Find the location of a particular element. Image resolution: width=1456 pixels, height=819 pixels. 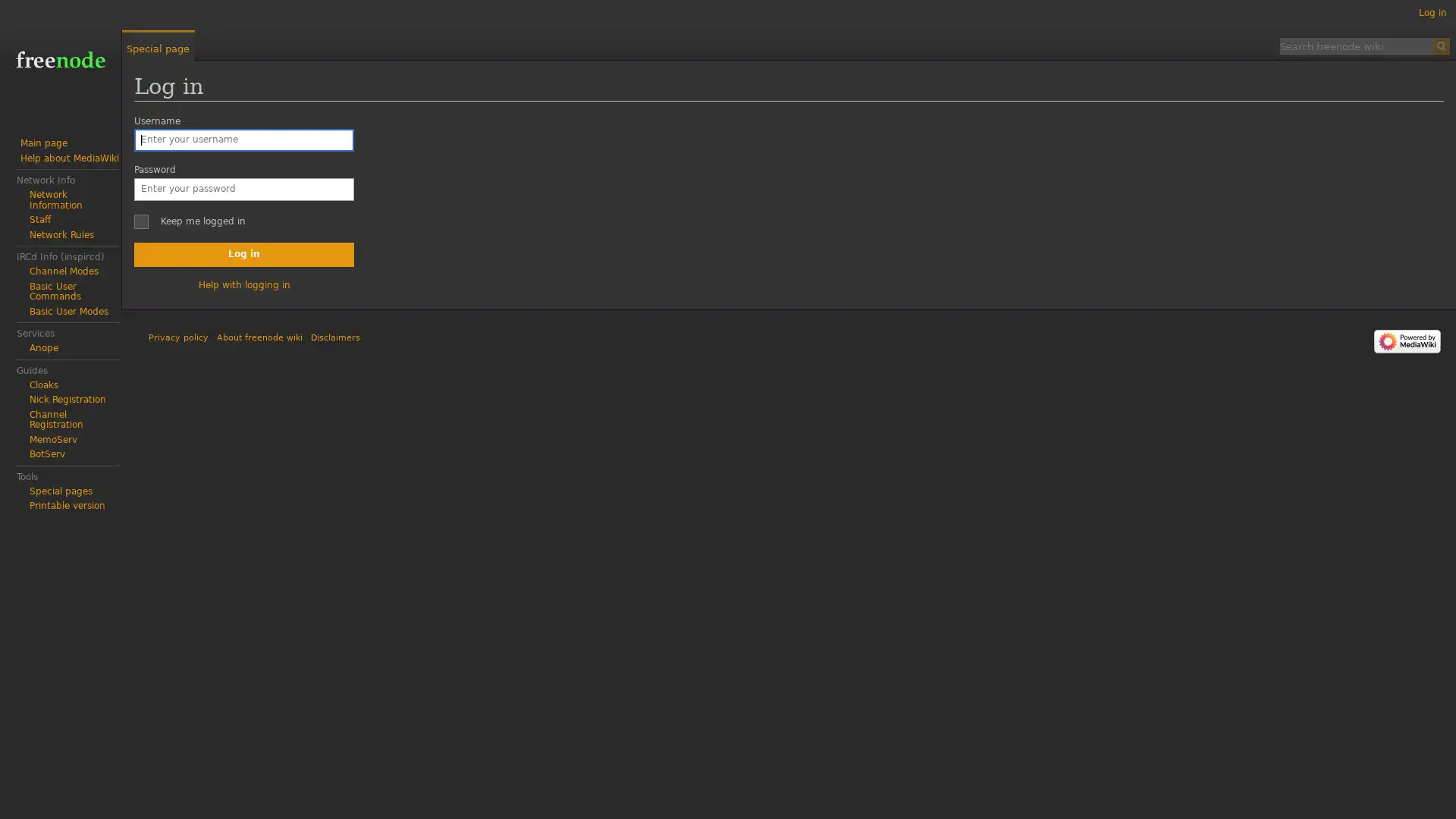

Go is located at coordinates (1440, 45).